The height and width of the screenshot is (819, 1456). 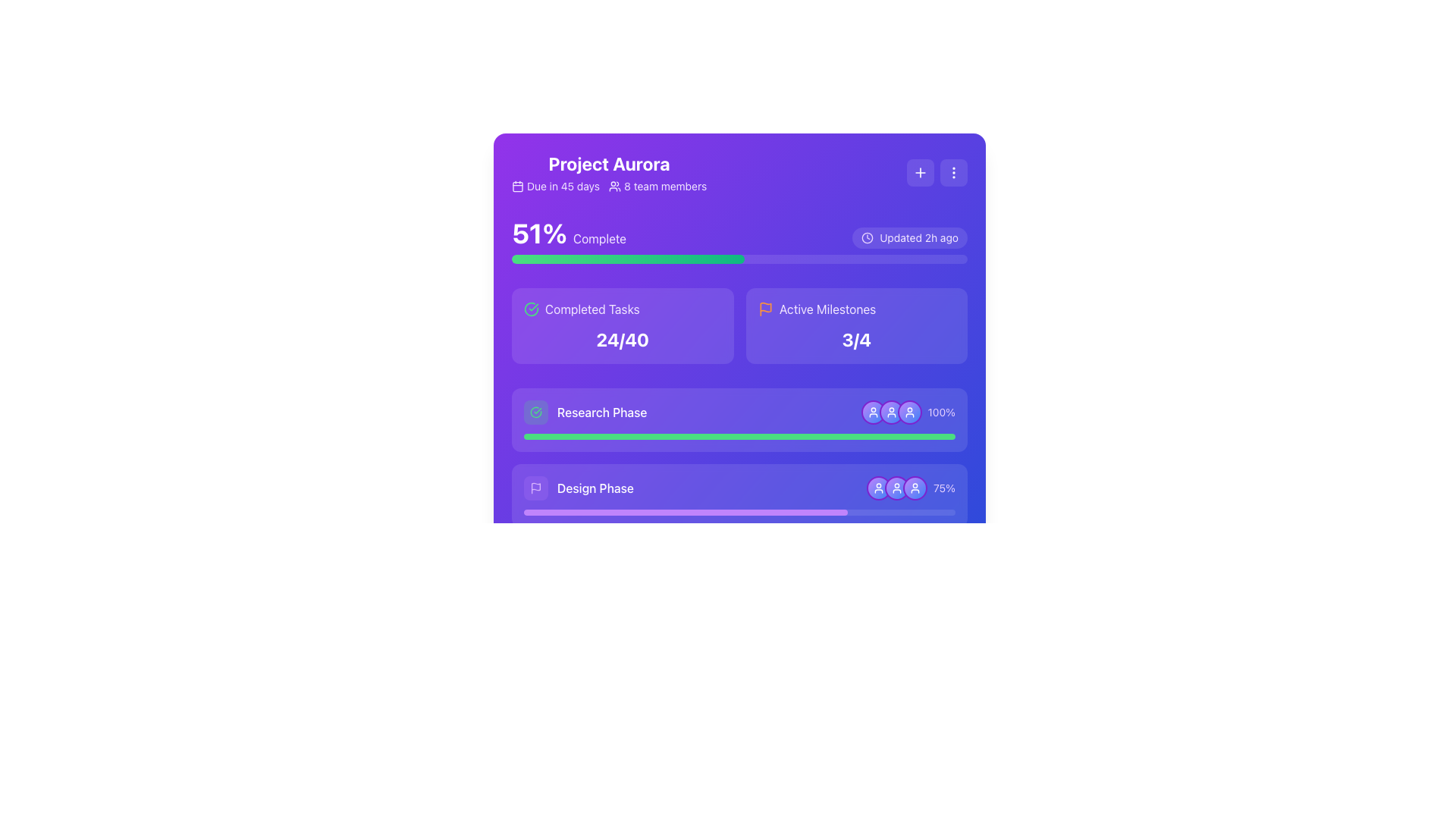 I want to click on the progress bar indicating the completion of the 'Research Phase', located below the '100%' text and above the 'Design Phase' text, so click(x=739, y=436).